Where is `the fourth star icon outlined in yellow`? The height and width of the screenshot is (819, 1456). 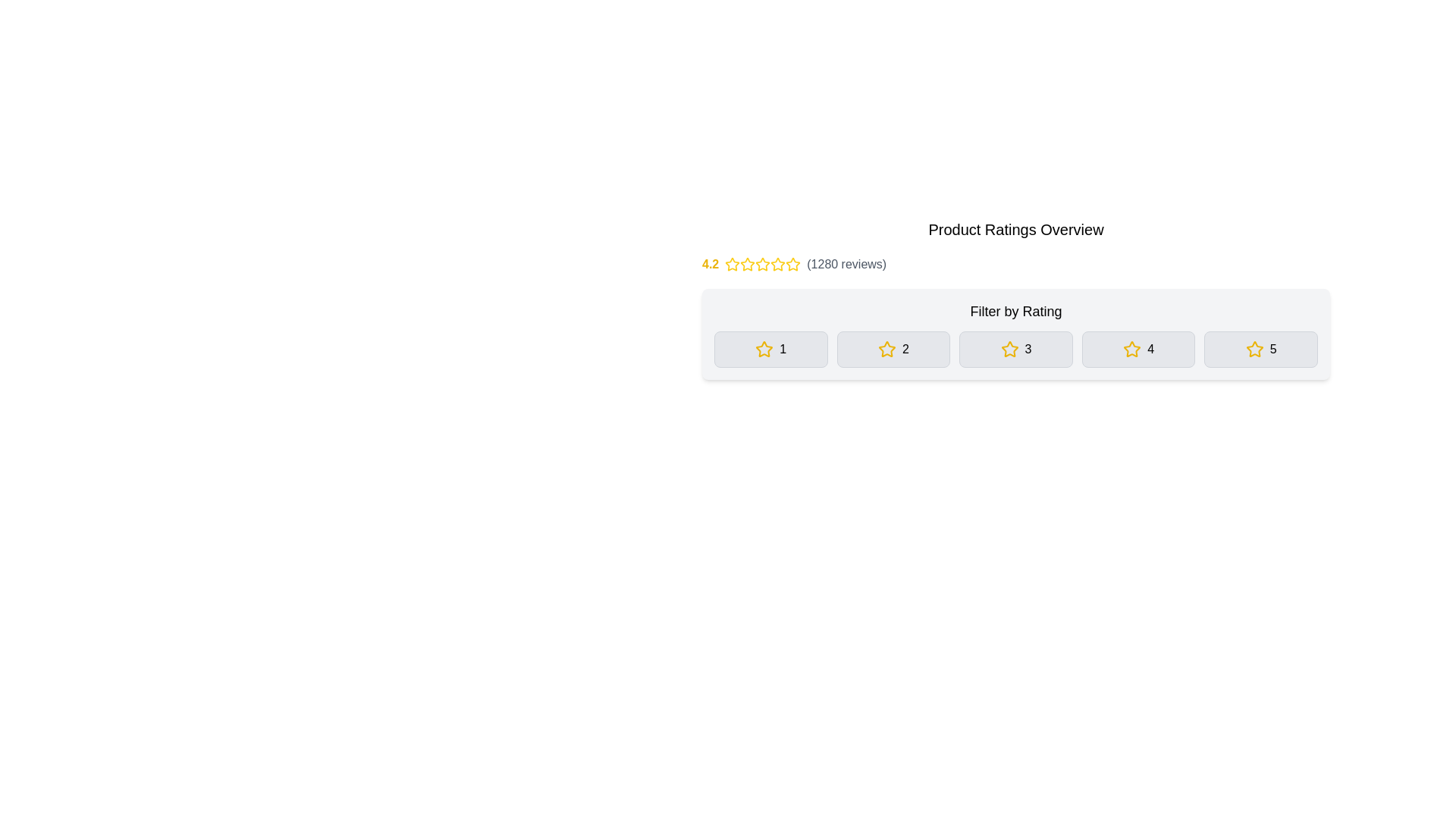 the fourth star icon outlined in yellow is located at coordinates (1132, 349).